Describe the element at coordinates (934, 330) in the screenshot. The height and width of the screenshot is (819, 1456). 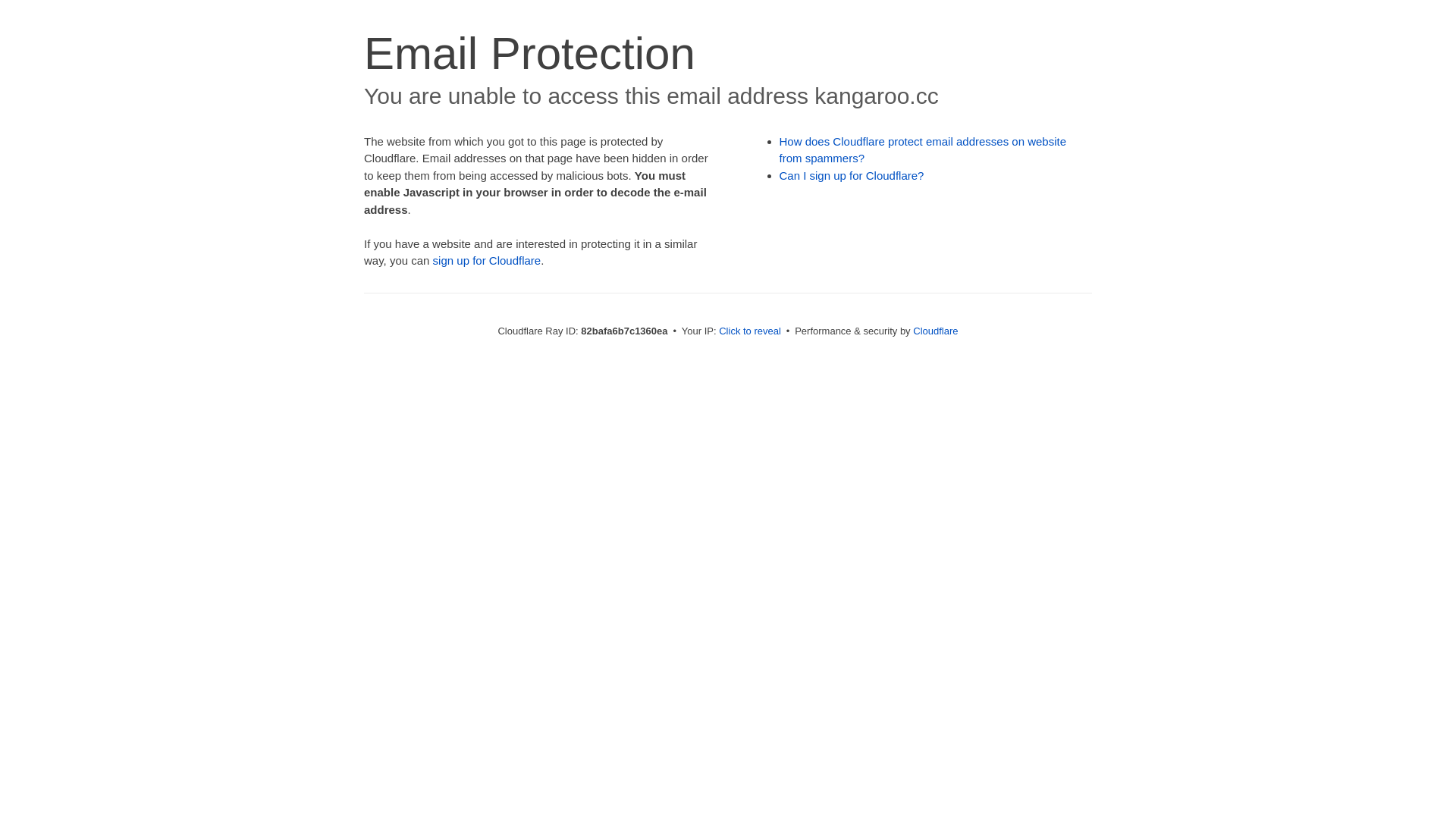
I see `'Cloudflare'` at that location.